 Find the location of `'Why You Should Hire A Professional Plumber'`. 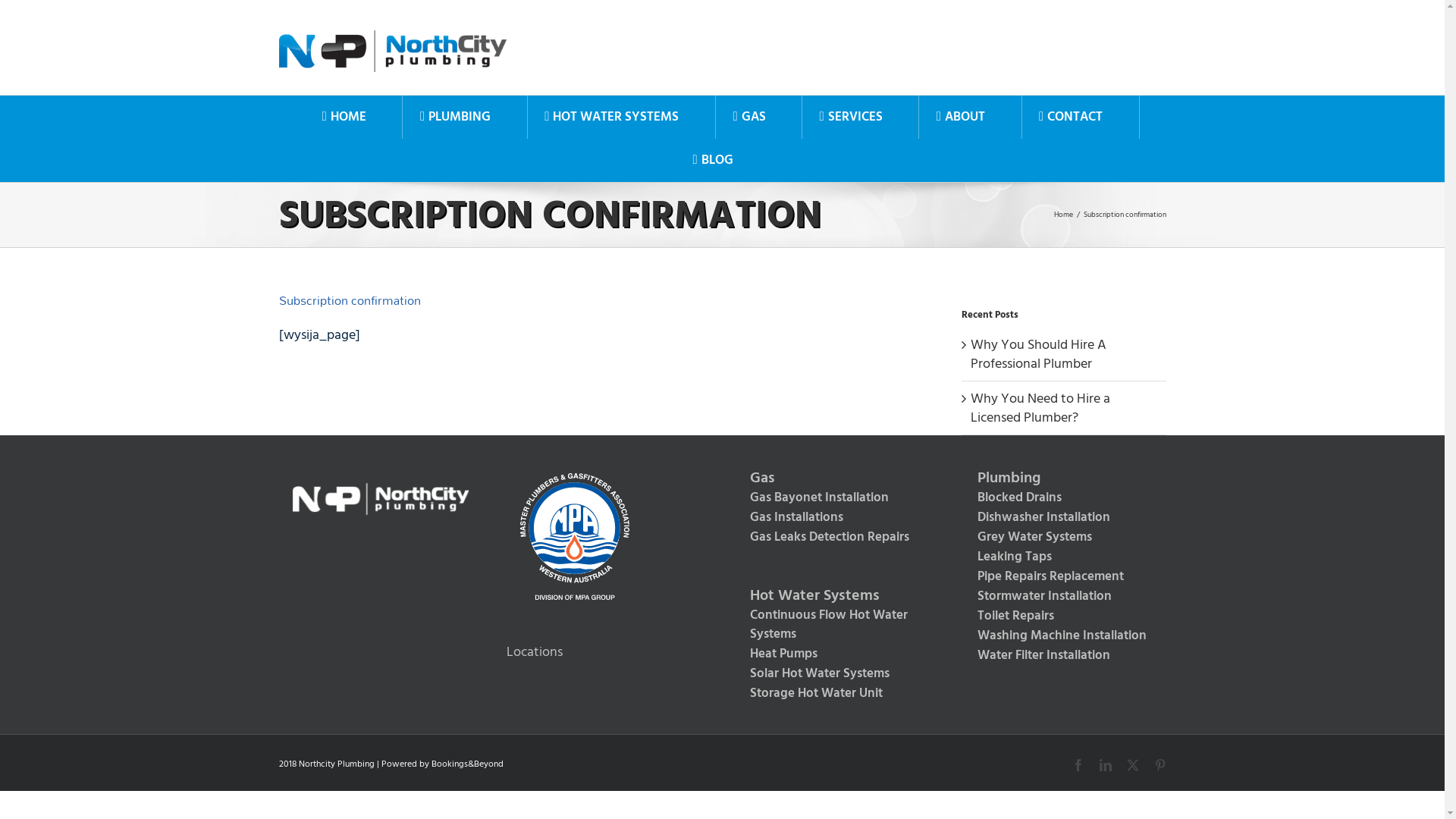

'Why You Should Hire A Professional Plumber' is located at coordinates (1037, 353).